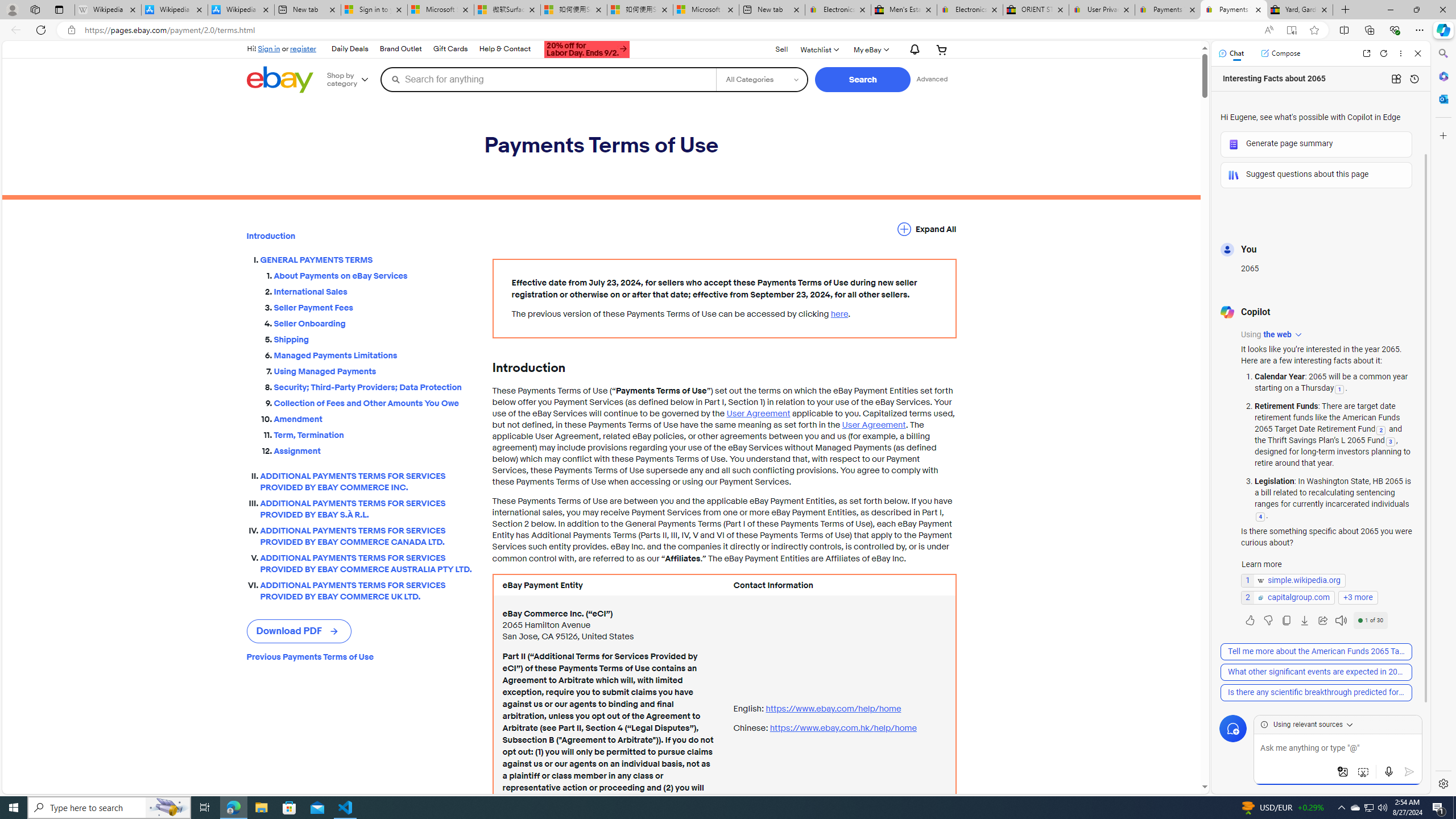  I want to click on 'User Privacy Notice | eBay', so click(1101, 9).